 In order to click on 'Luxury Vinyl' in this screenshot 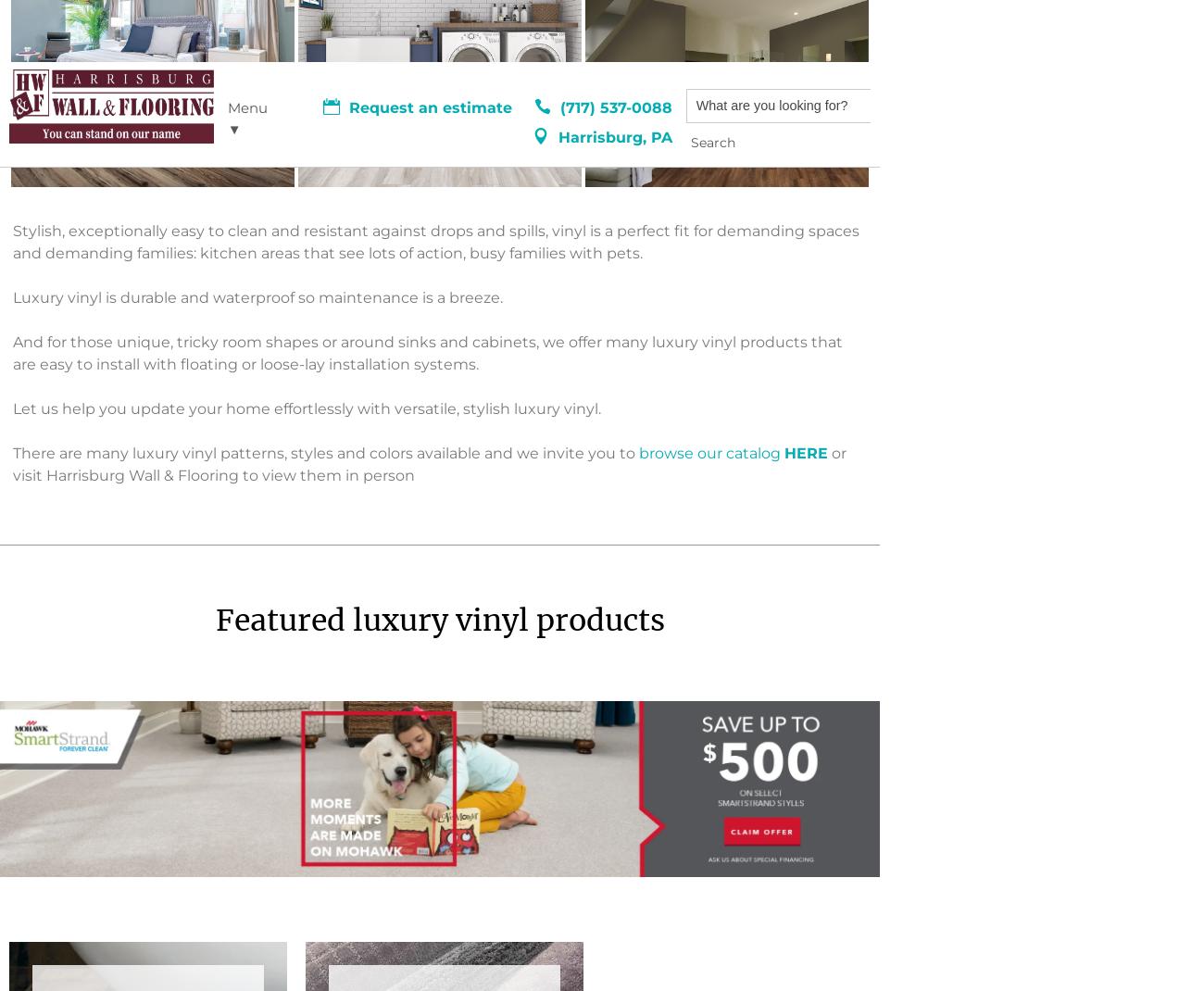, I will do `click(208, 842)`.